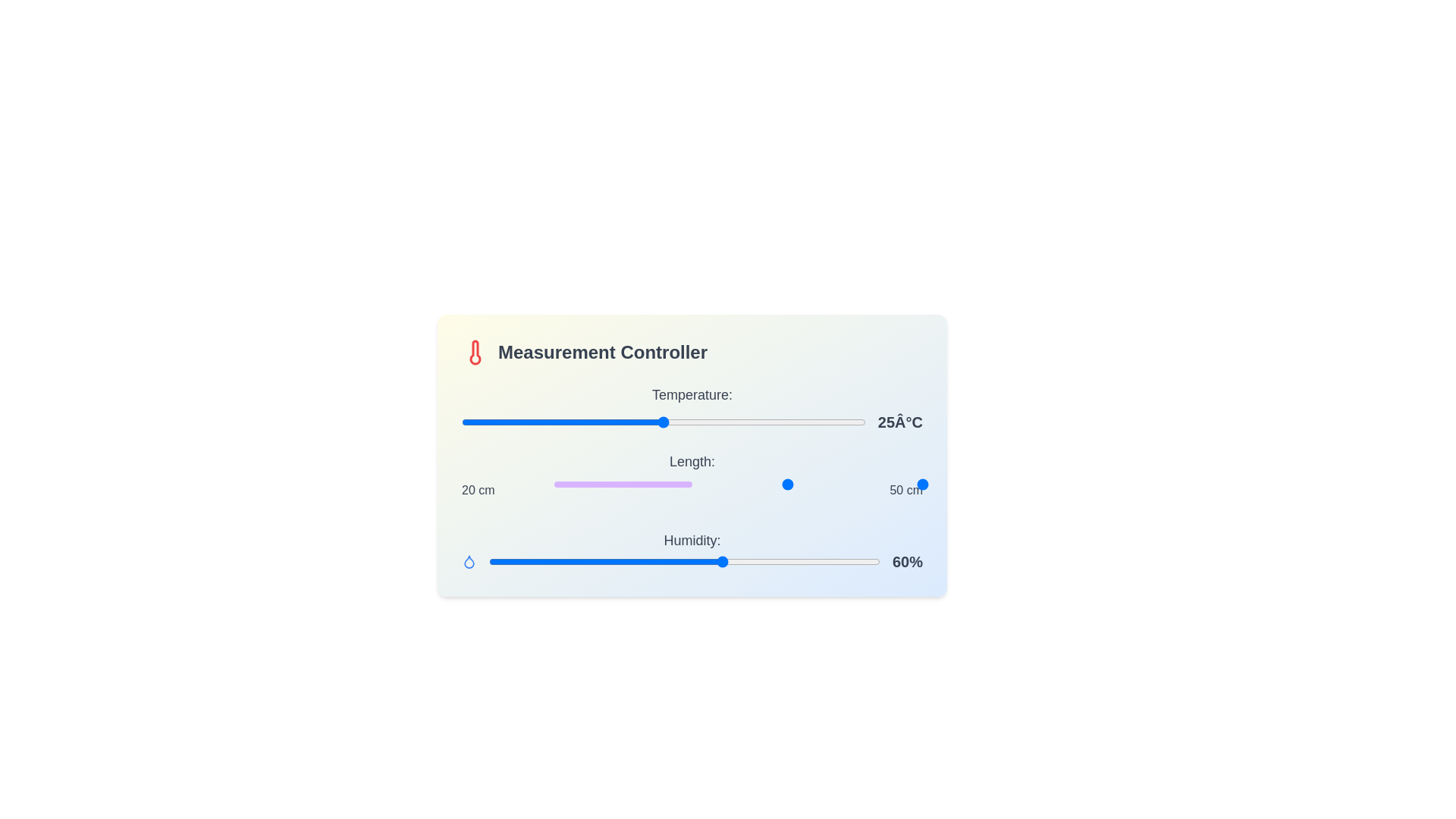 Image resolution: width=1456 pixels, height=819 pixels. I want to click on the temperature, so click(785, 422).